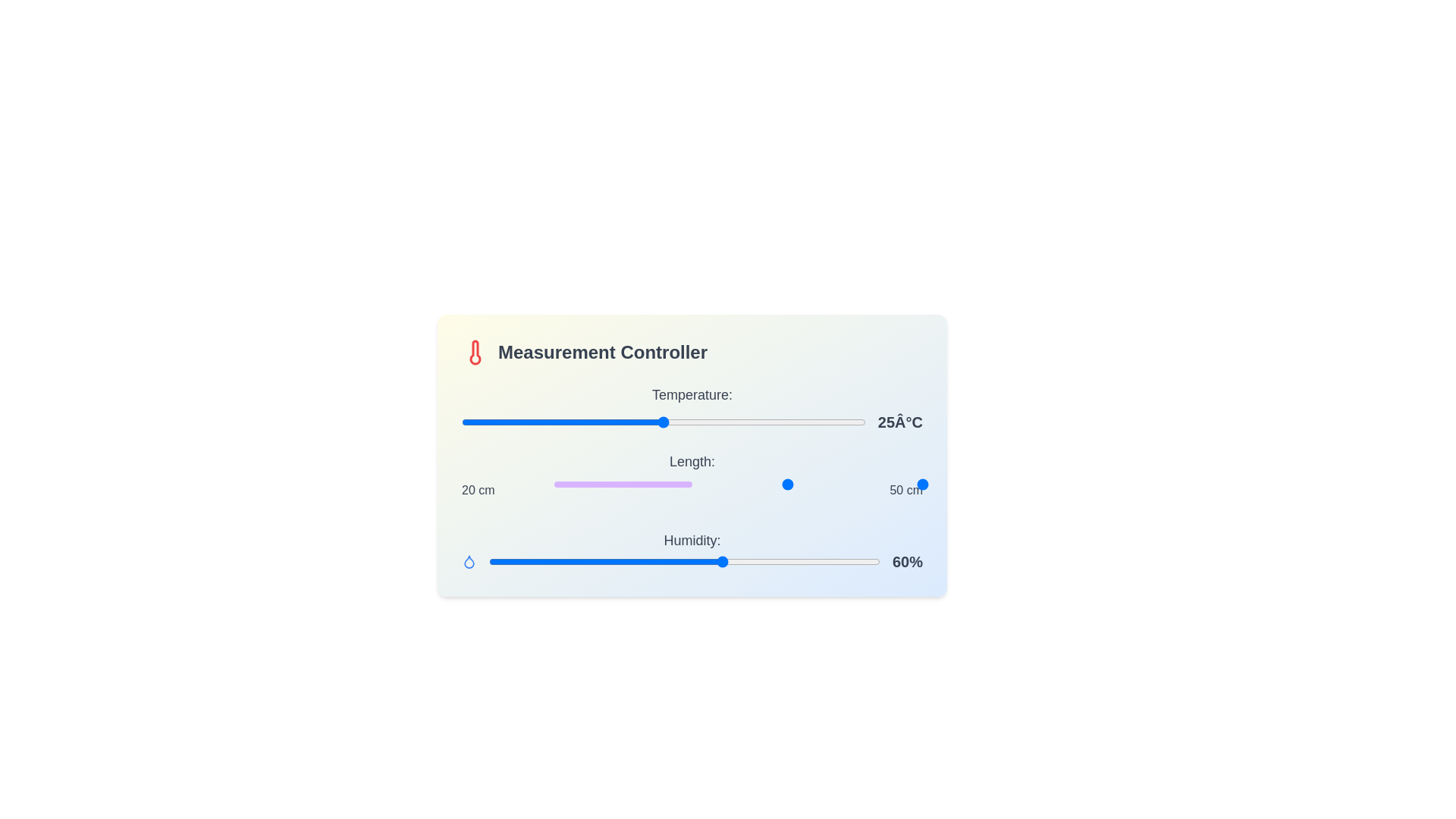 Image resolution: width=1456 pixels, height=819 pixels. I want to click on the temperature, so click(785, 422).